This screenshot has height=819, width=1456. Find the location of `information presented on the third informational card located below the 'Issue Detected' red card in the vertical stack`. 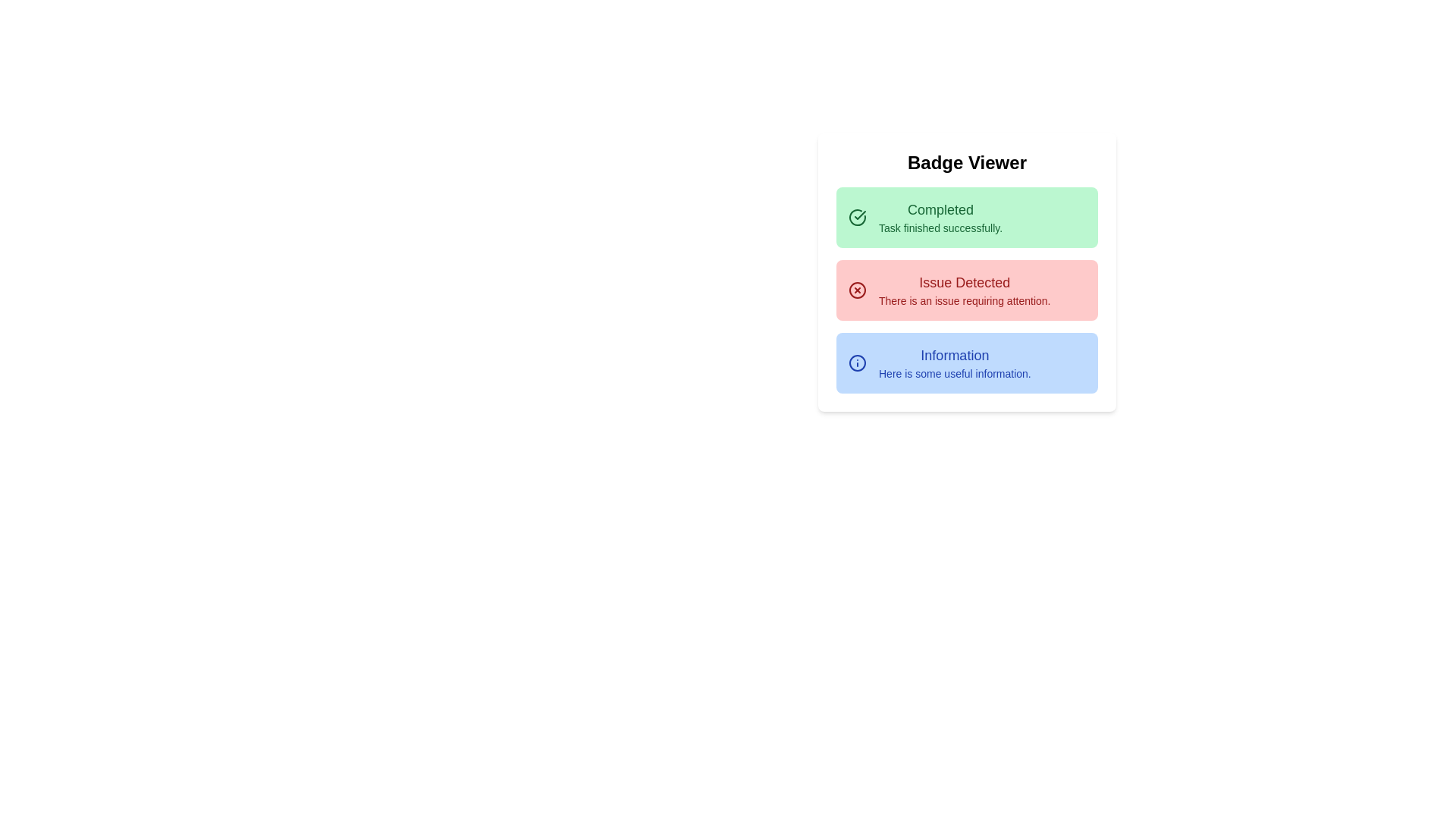

information presented on the third informational card located below the 'Issue Detected' red card in the vertical stack is located at coordinates (966, 362).